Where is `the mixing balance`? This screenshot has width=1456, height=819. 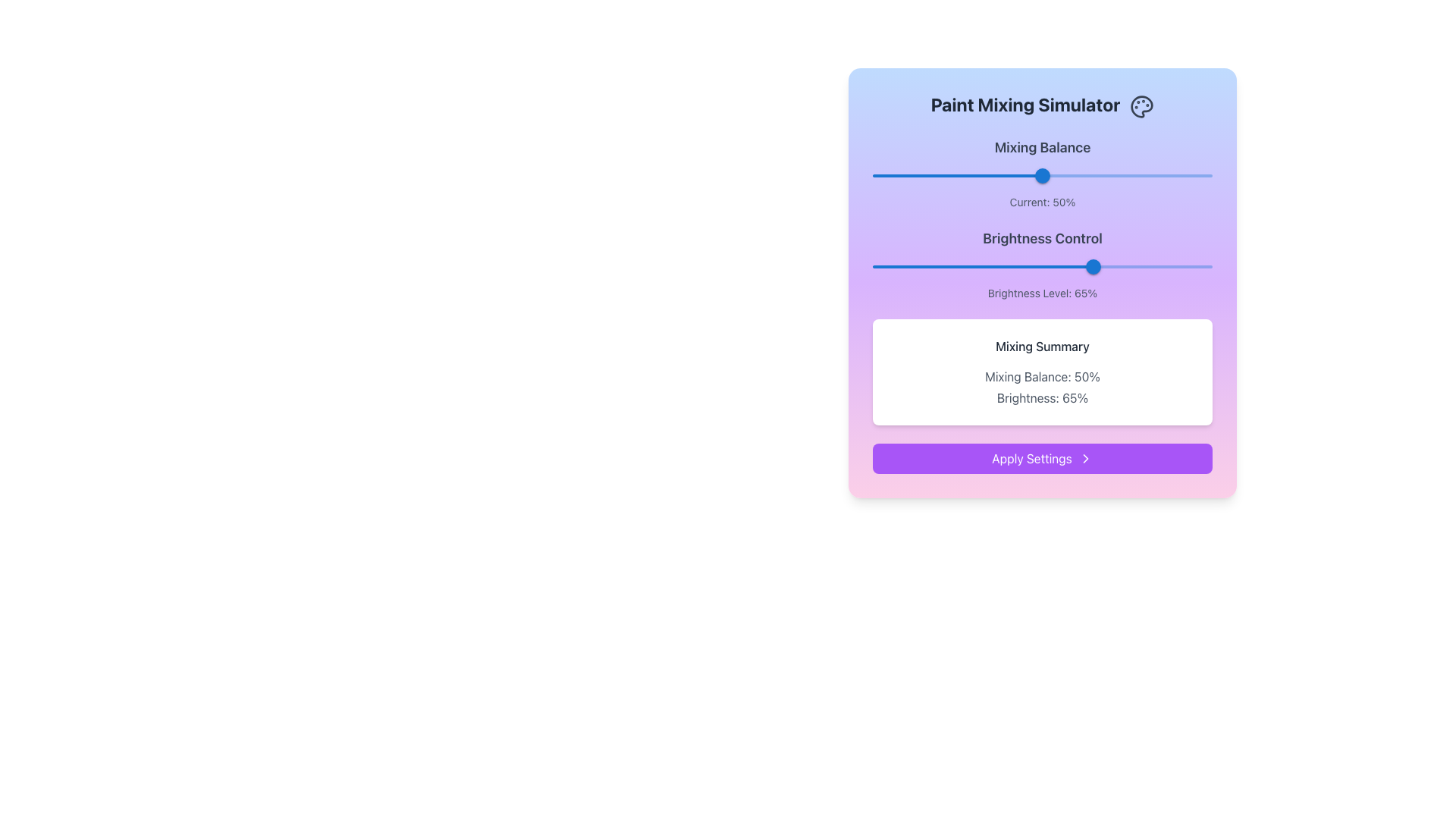
the mixing balance is located at coordinates (1097, 174).